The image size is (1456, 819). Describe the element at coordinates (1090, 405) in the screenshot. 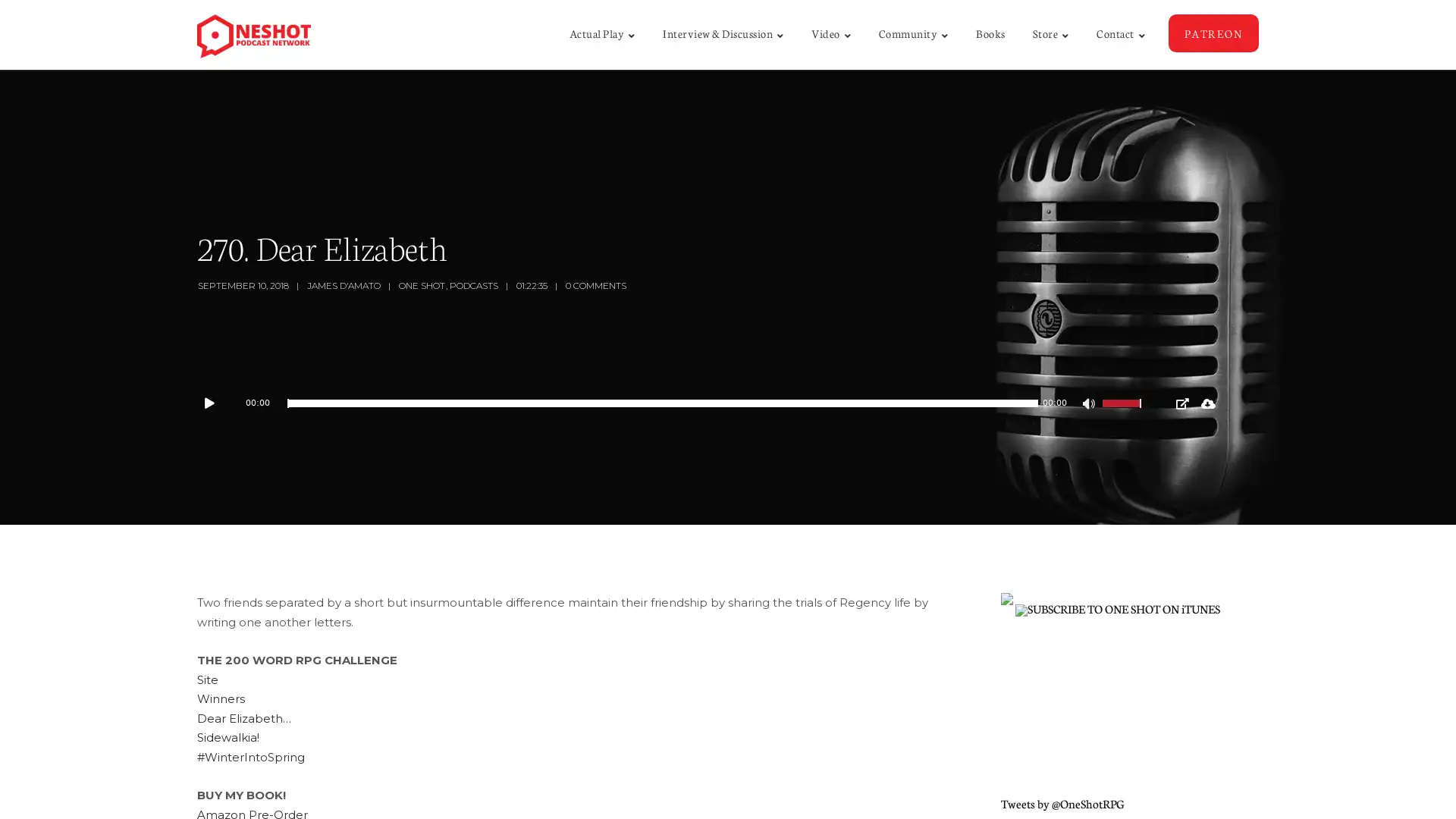

I see `Mute` at that location.